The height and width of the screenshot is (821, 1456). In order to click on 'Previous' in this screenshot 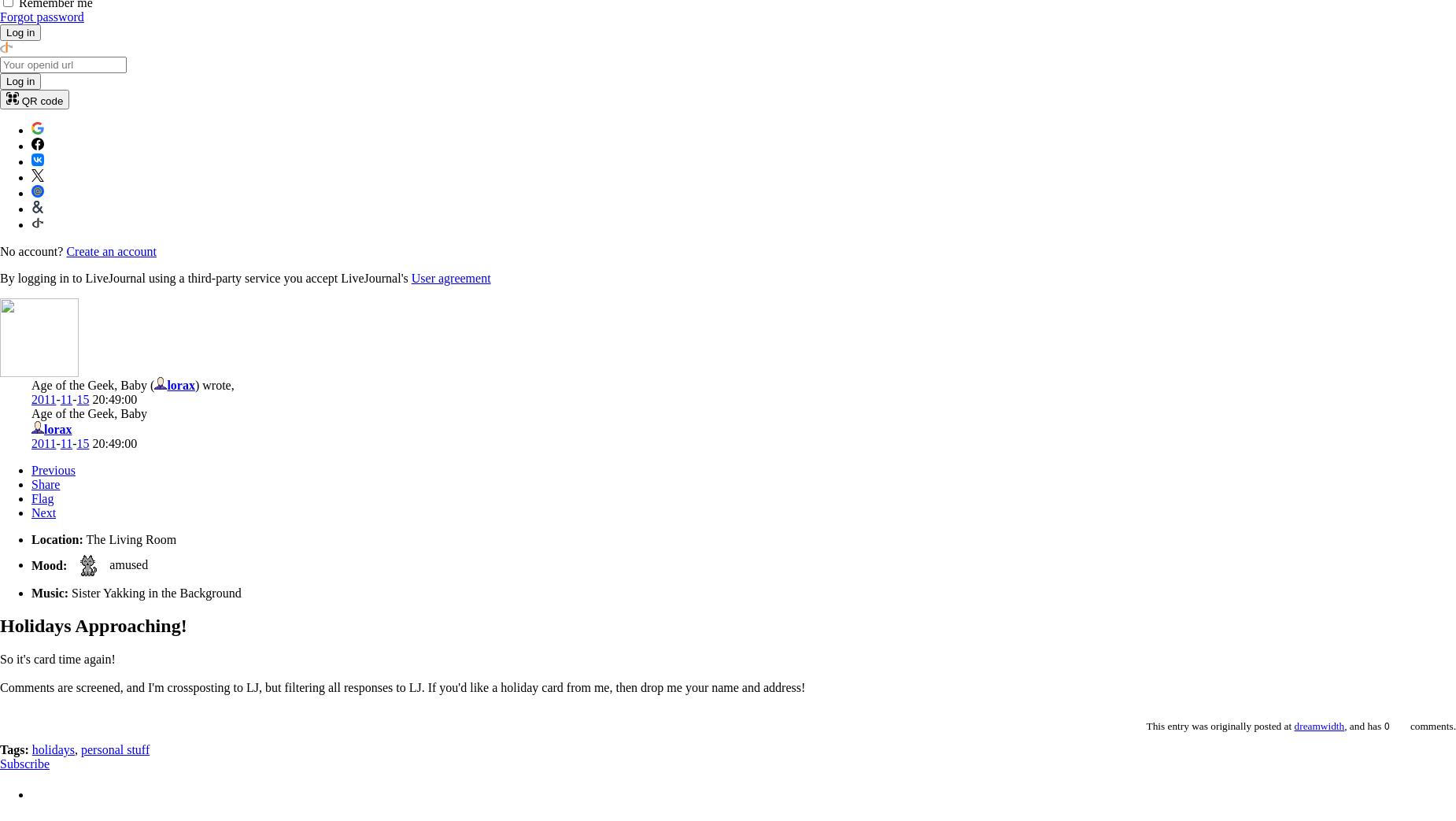, I will do `click(53, 469)`.